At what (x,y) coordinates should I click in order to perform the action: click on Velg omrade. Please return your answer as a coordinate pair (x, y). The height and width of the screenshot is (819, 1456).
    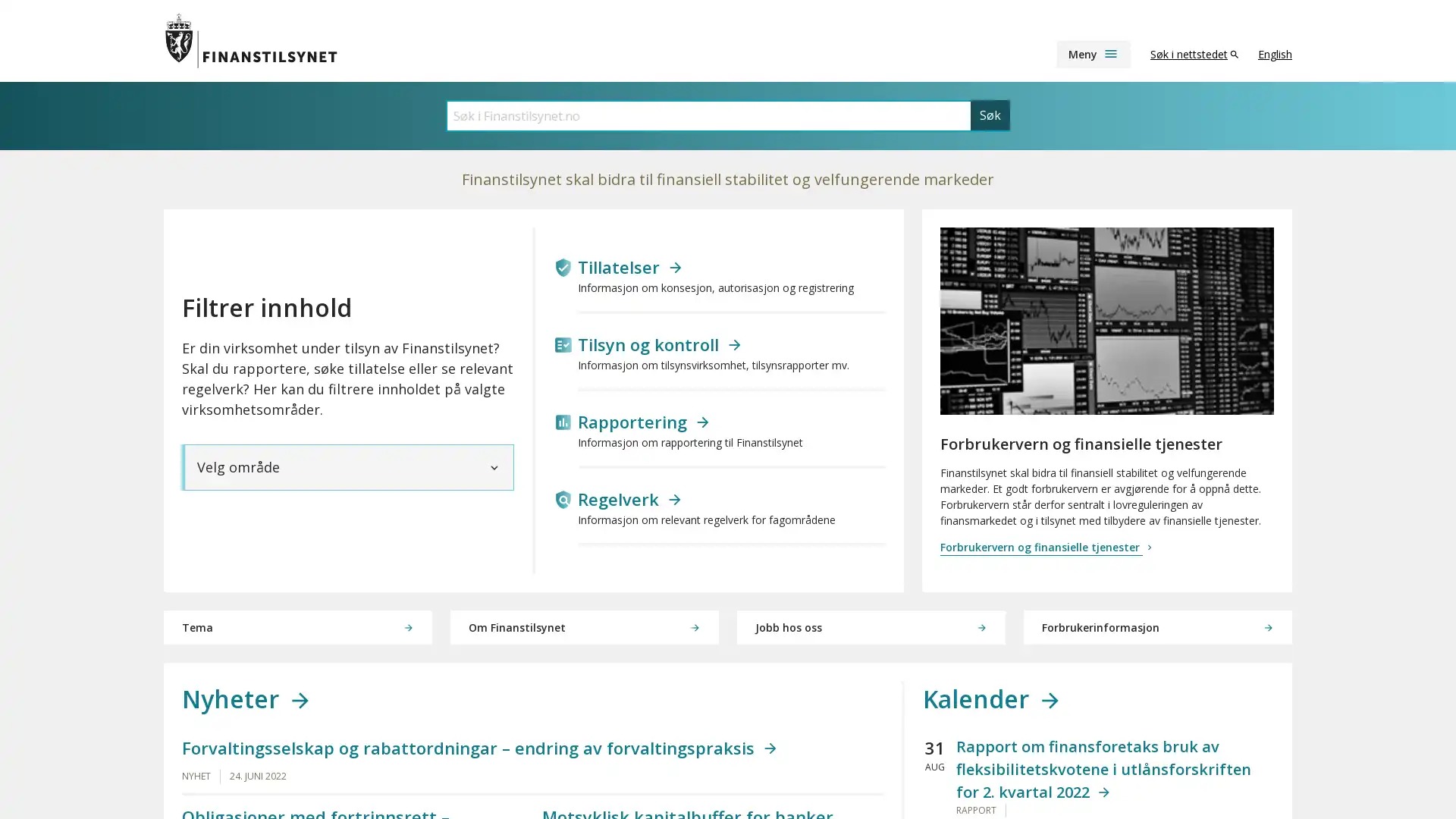
    Looking at the image, I should click on (348, 466).